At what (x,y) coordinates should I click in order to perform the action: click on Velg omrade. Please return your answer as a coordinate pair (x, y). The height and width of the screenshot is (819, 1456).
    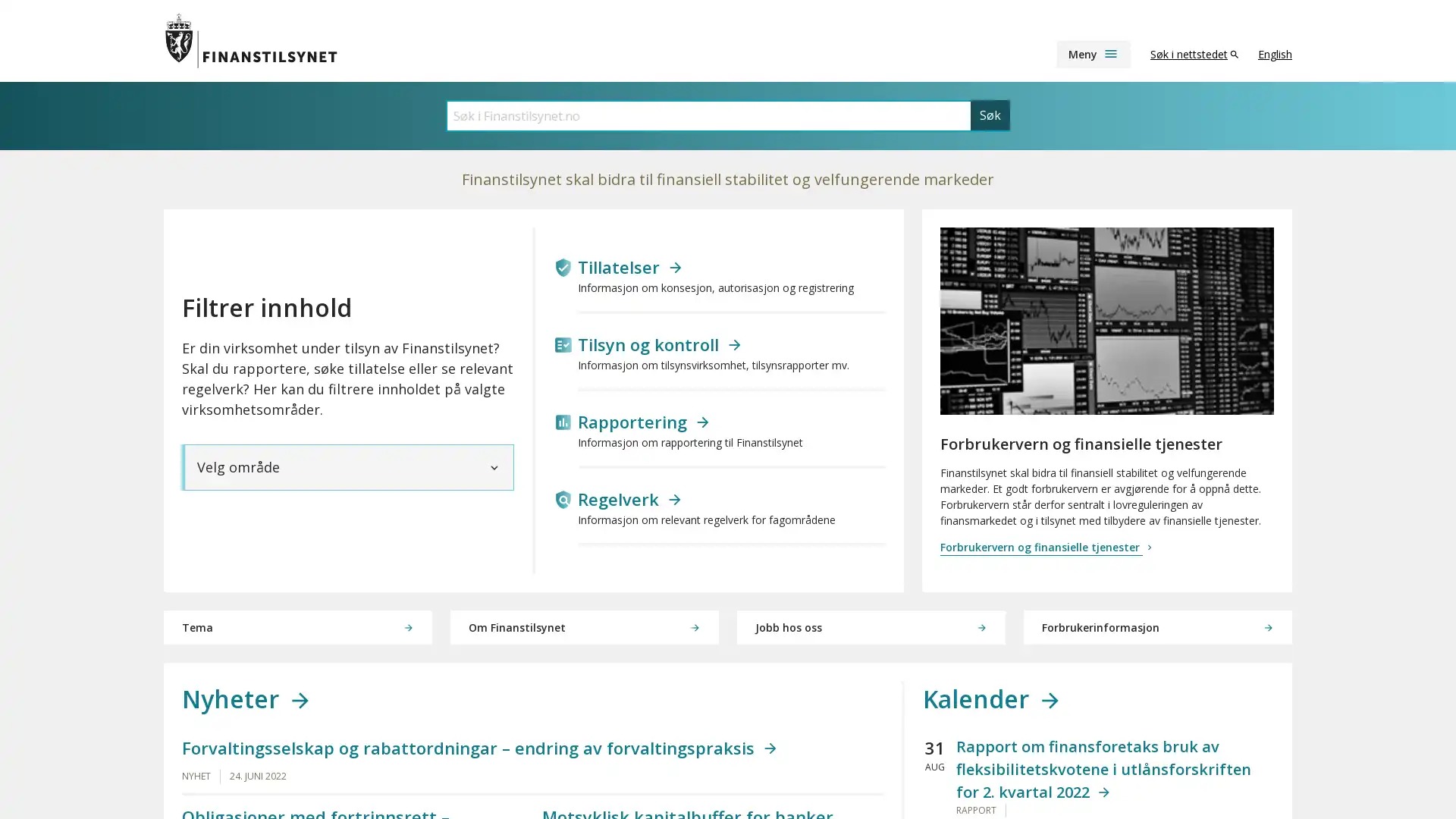
    Looking at the image, I should click on (348, 466).